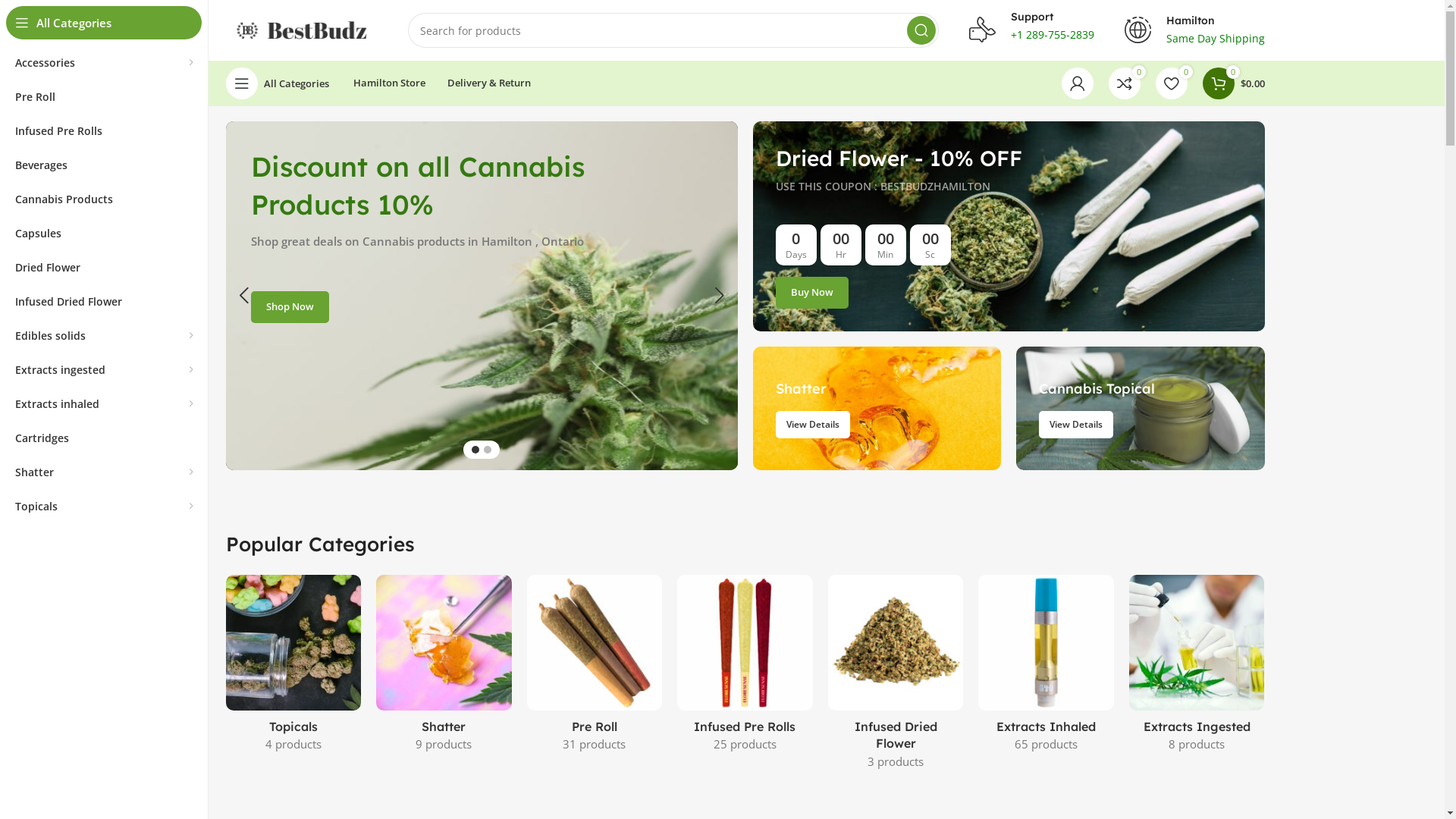 The image size is (1456, 819). Describe the element at coordinates (103, 266) in the screenshot. I see `'Dried Flower'` at that location.